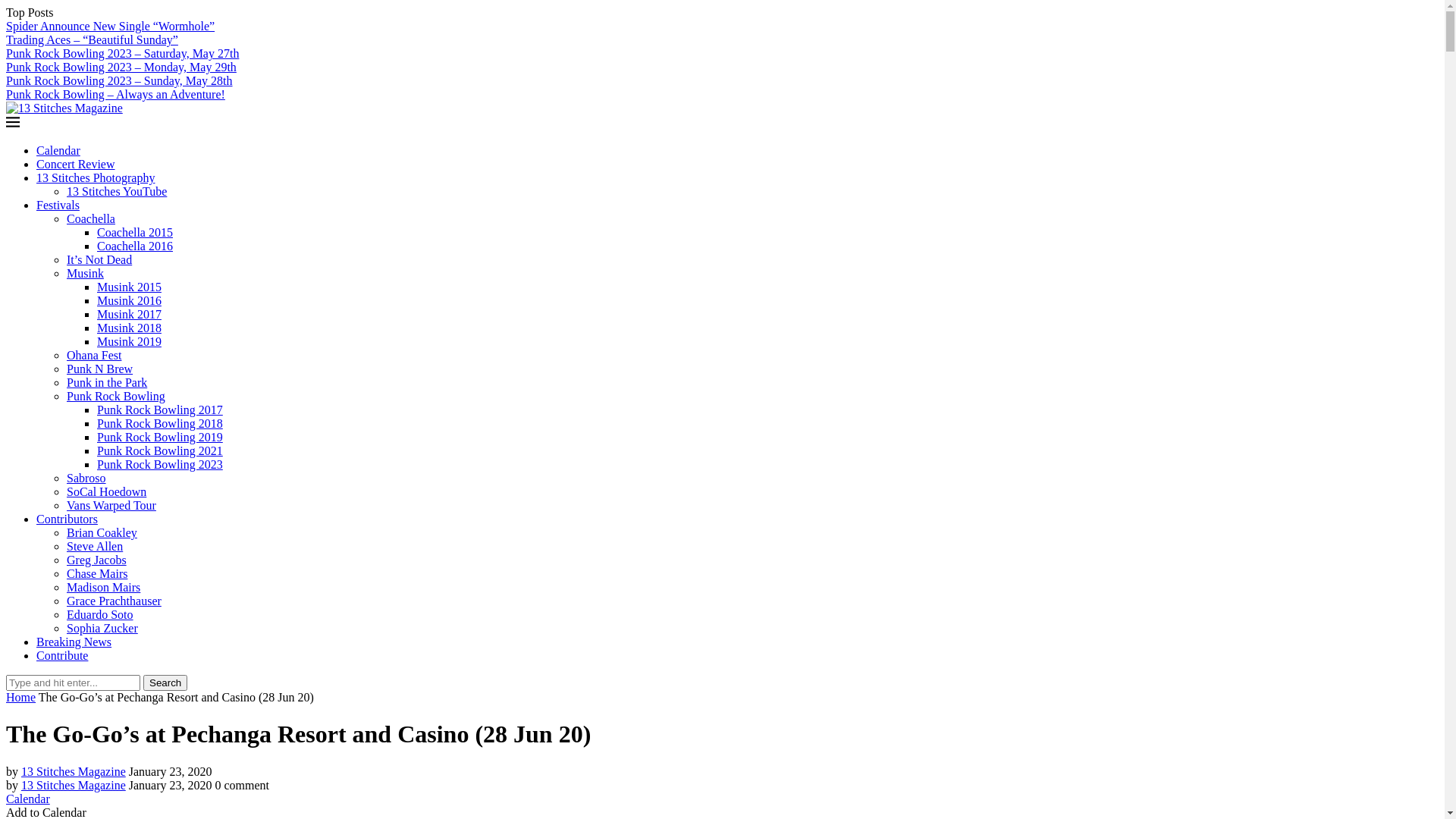 The image size is (1456, 819). What do you see at coordinates (105, 381) in the screenshot?
I see `'Punk in the Park'` at bounding box center [105, 381].